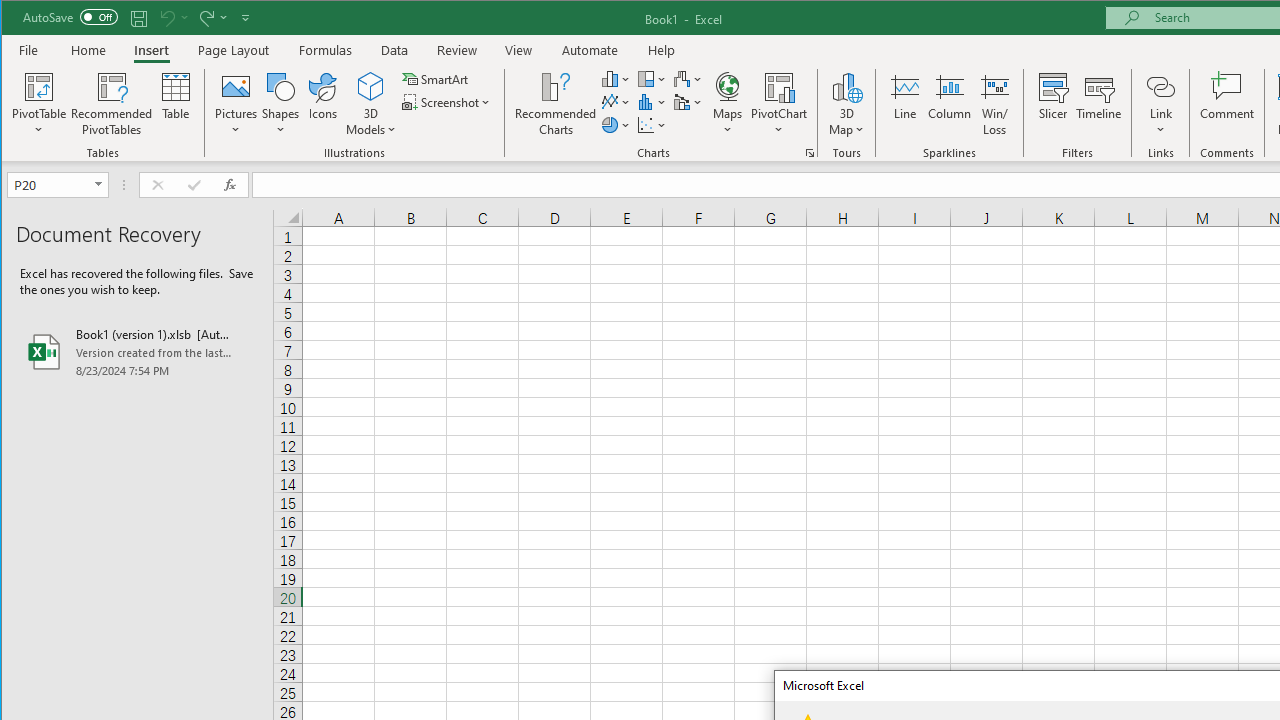  Describe the element at coordinates (589, 49) in the screenshot. I see `'Automate'` at that location.